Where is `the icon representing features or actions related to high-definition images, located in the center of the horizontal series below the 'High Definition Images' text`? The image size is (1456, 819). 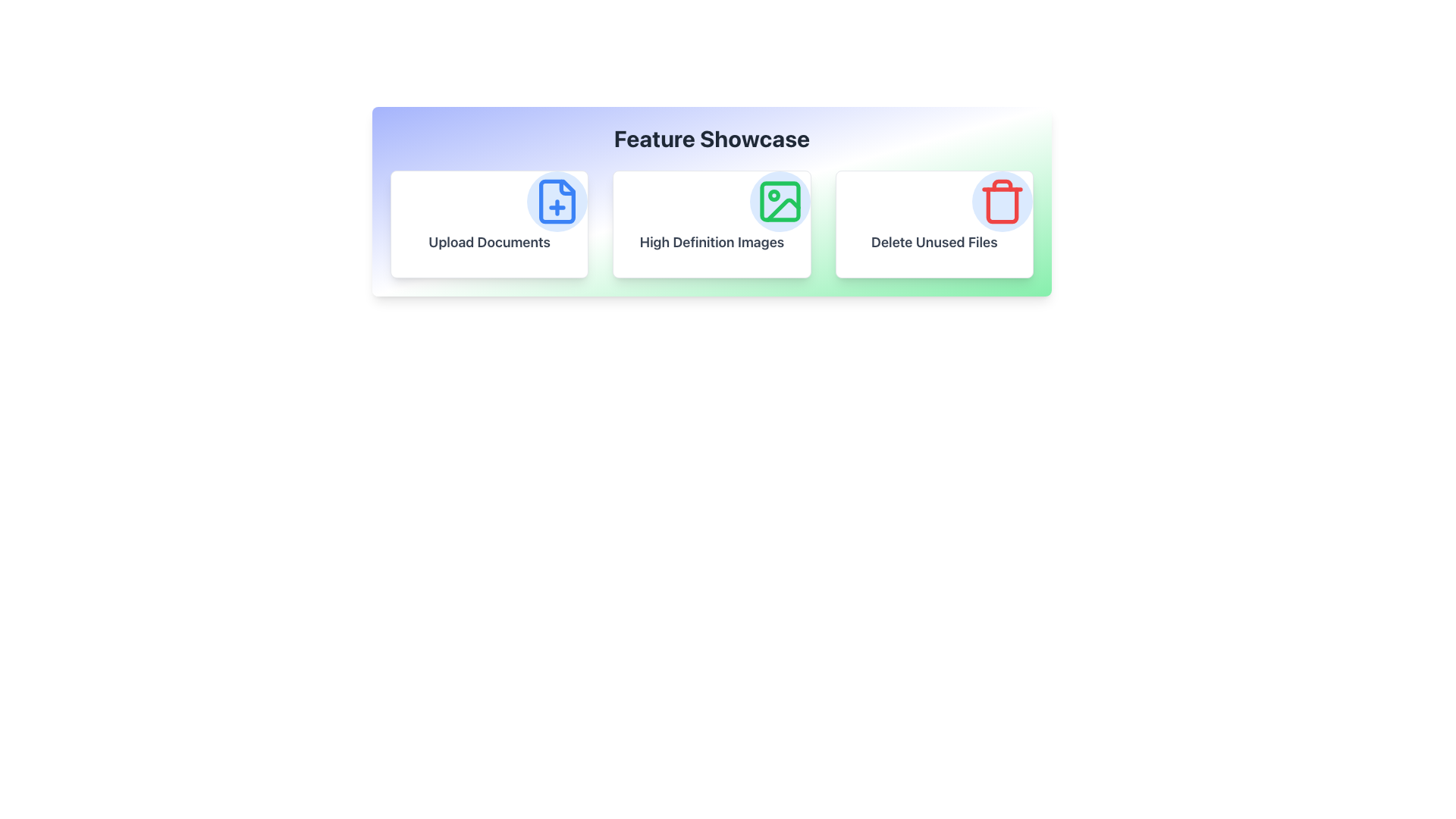 the icon representing features or actions related to high-definition images, located in the center of the horizontal series below the 'High Definition Images' text is located at coordinates (780, 201).